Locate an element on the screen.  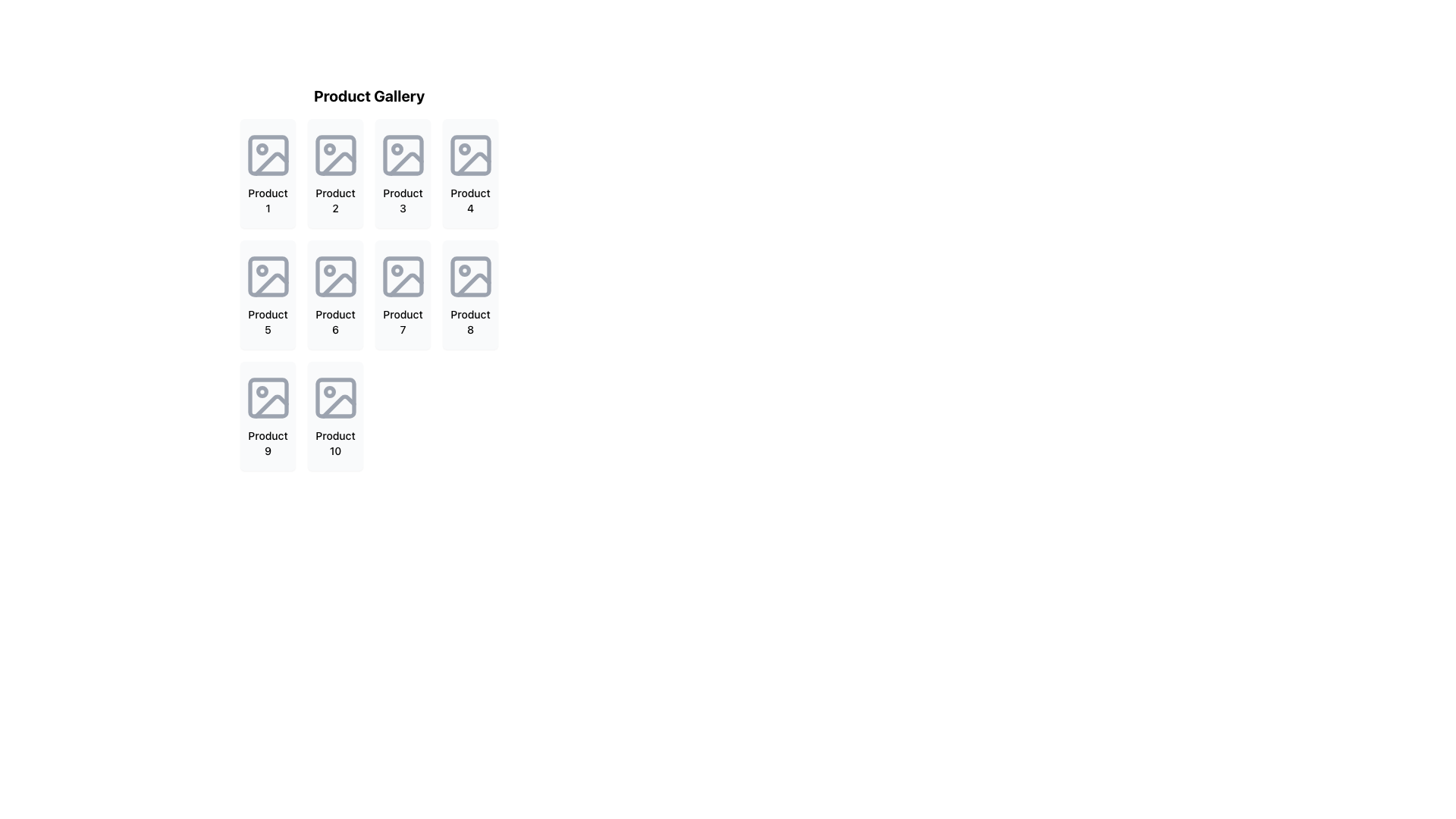
the product card located in the second row, fourth column of the grid layout is located at coordinates (469, 295).